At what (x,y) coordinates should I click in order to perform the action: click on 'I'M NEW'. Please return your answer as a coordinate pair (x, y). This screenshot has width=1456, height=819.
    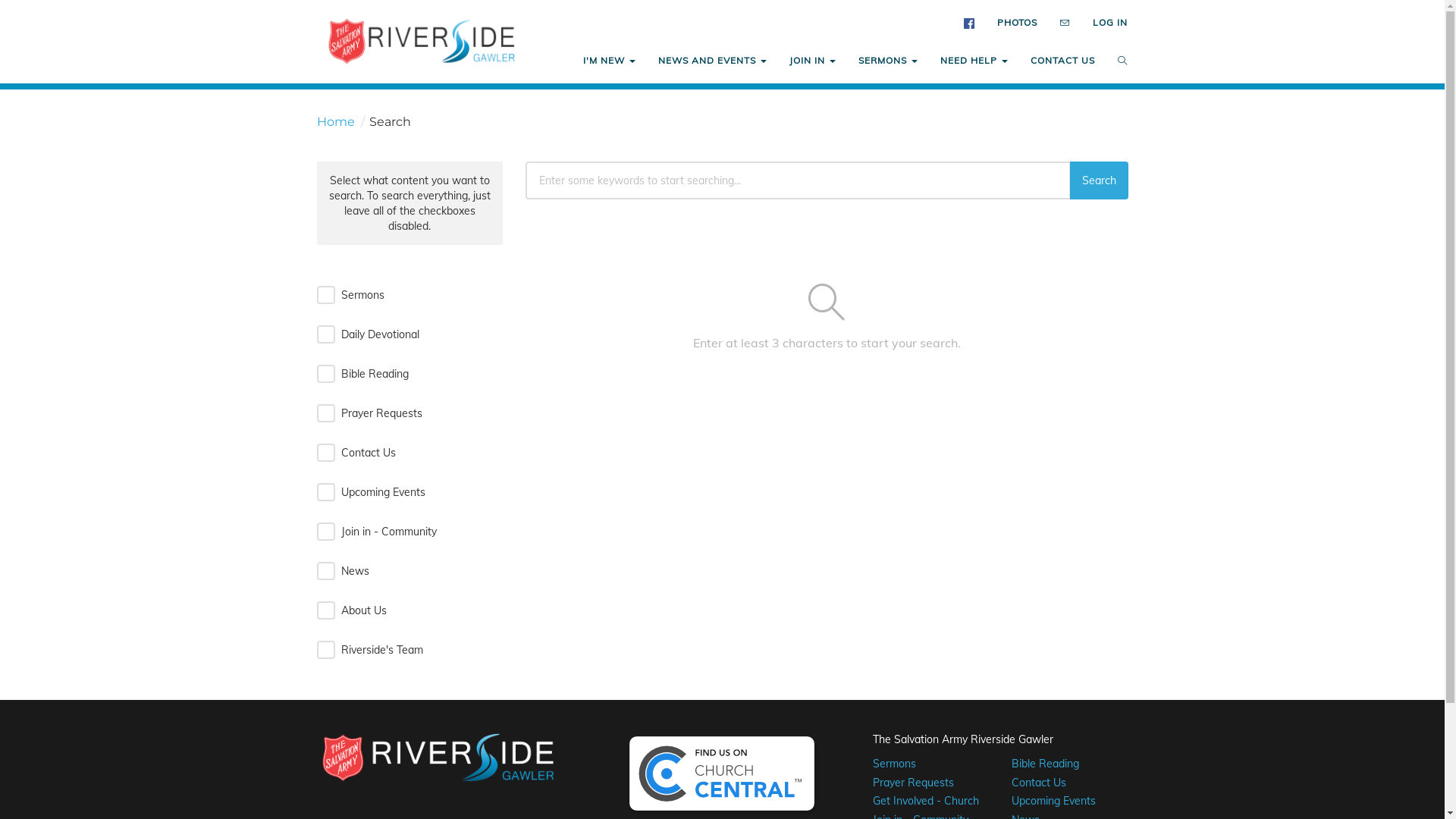
    Looking at the image, I should click on (609, 60).